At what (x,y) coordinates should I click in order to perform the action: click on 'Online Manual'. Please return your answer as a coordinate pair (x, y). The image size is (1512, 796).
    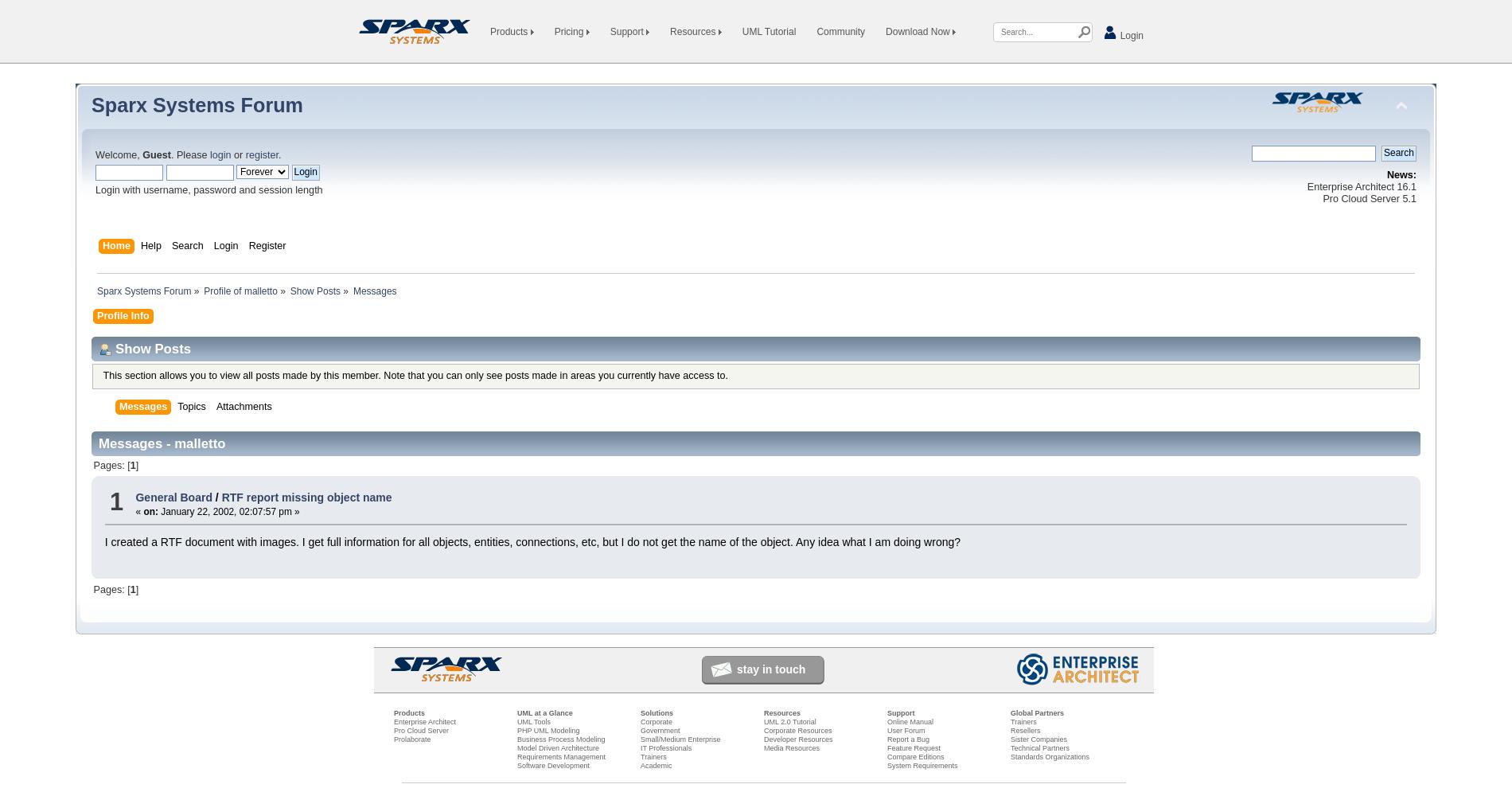
    Looking at the image, I should click on (910, 721).